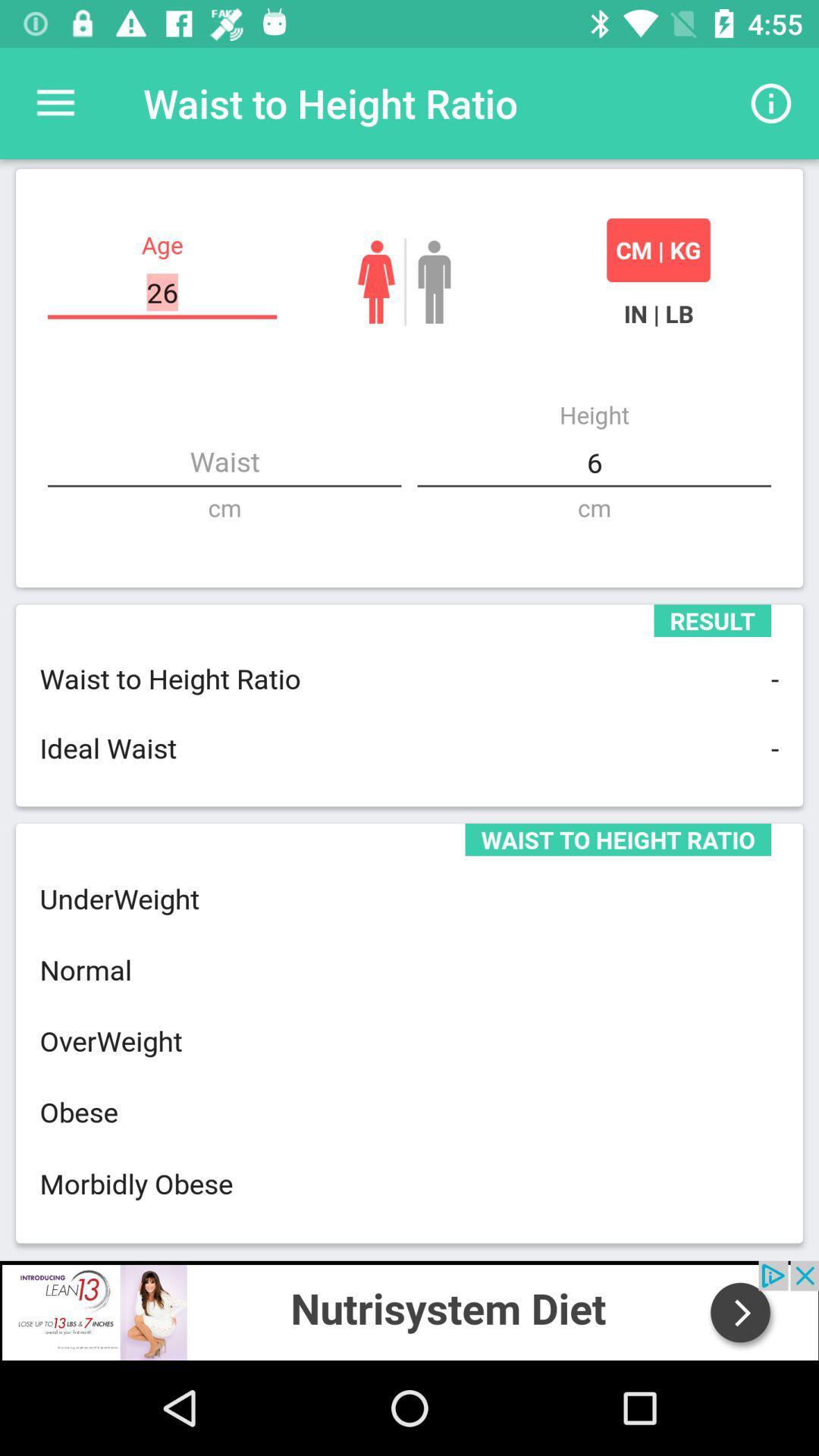 Image resolution: width=819 pixels, height=1456 pixels. Describe the element at coordinates (593, 462) in the screenshot. I see `the right side height button 6` at that location.